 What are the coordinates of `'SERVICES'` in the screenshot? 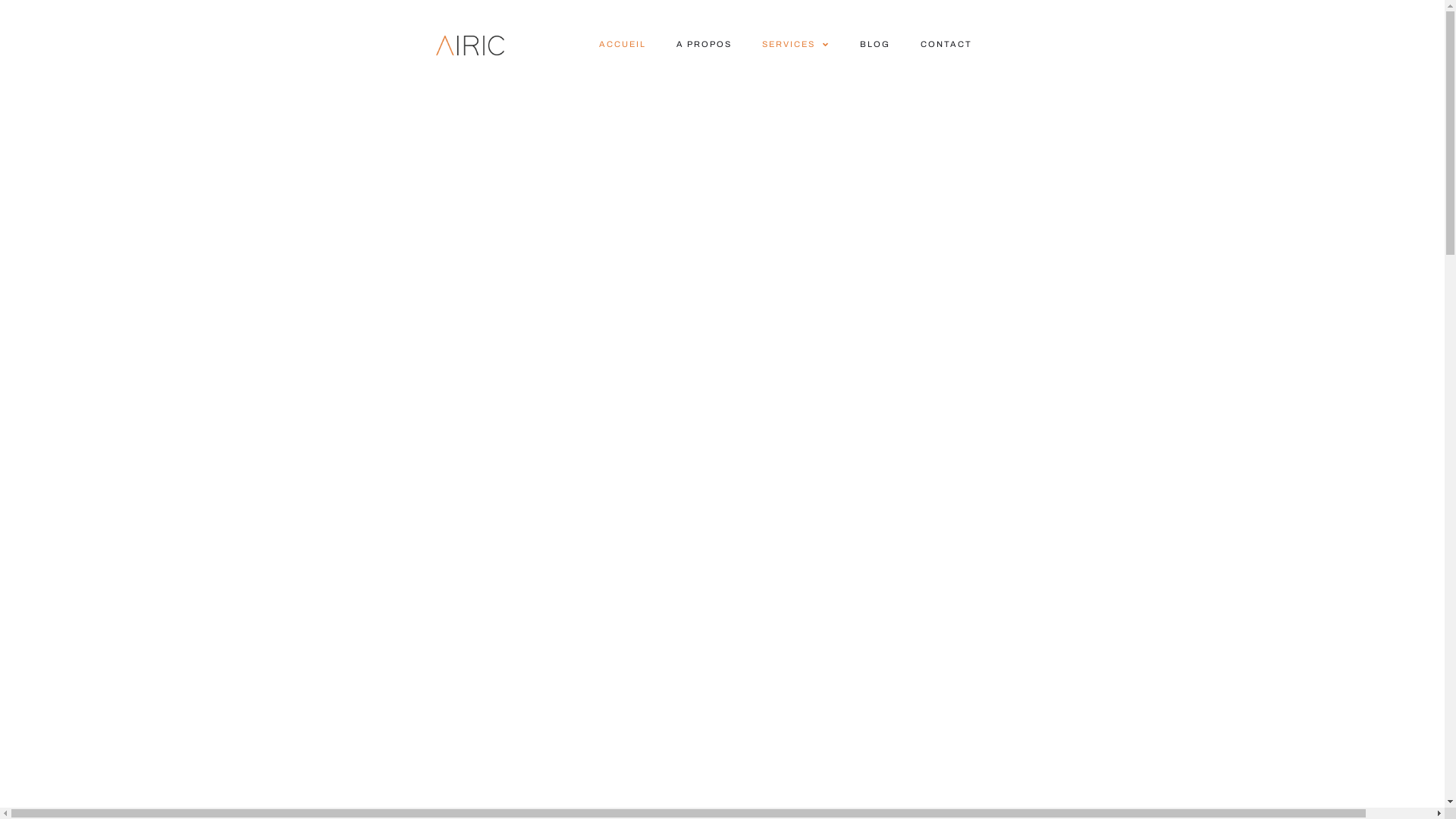 It's located at (795, 43).